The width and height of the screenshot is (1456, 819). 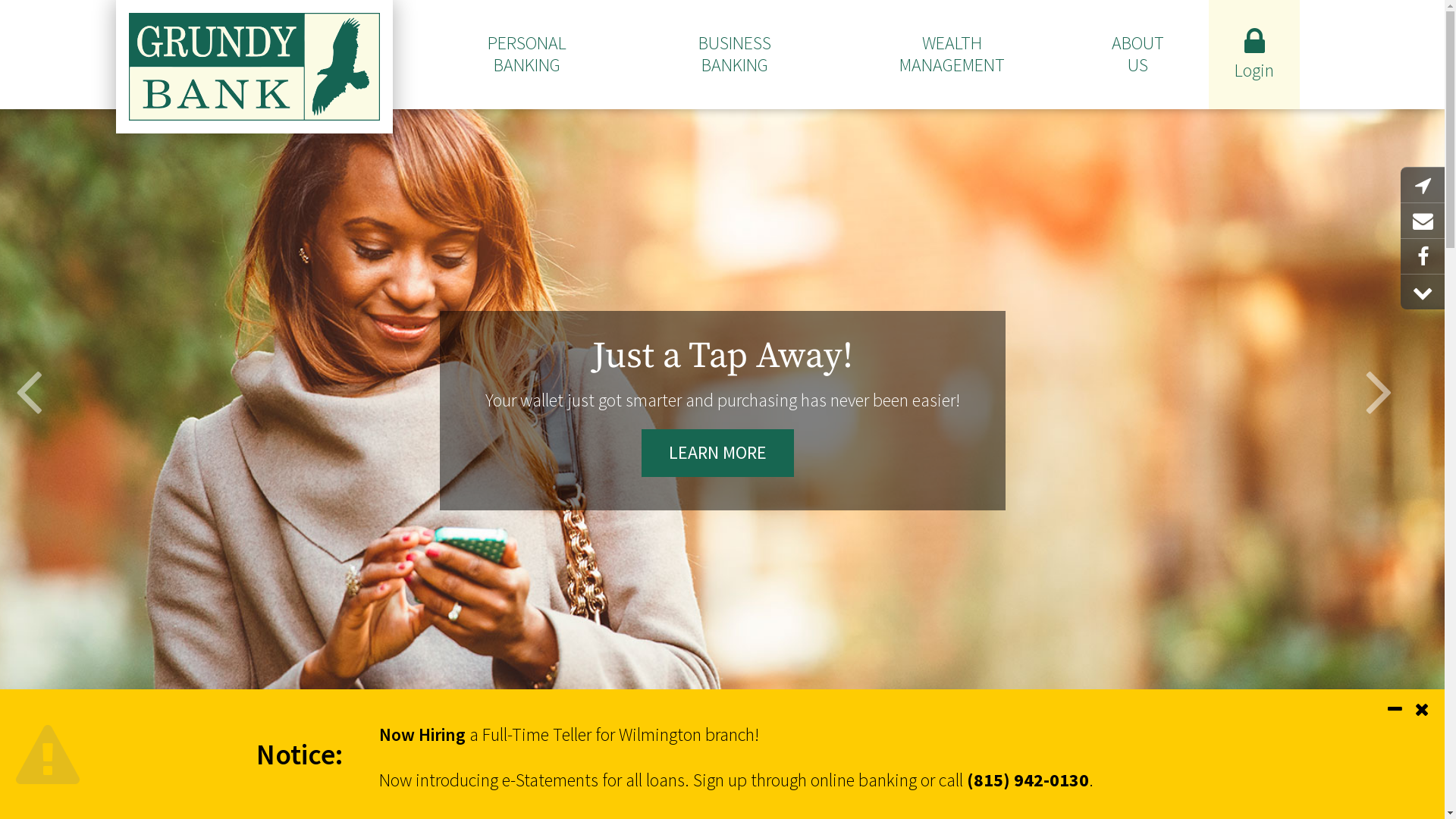 I want to click on 'Email Us', so click(x=1422, y=221).